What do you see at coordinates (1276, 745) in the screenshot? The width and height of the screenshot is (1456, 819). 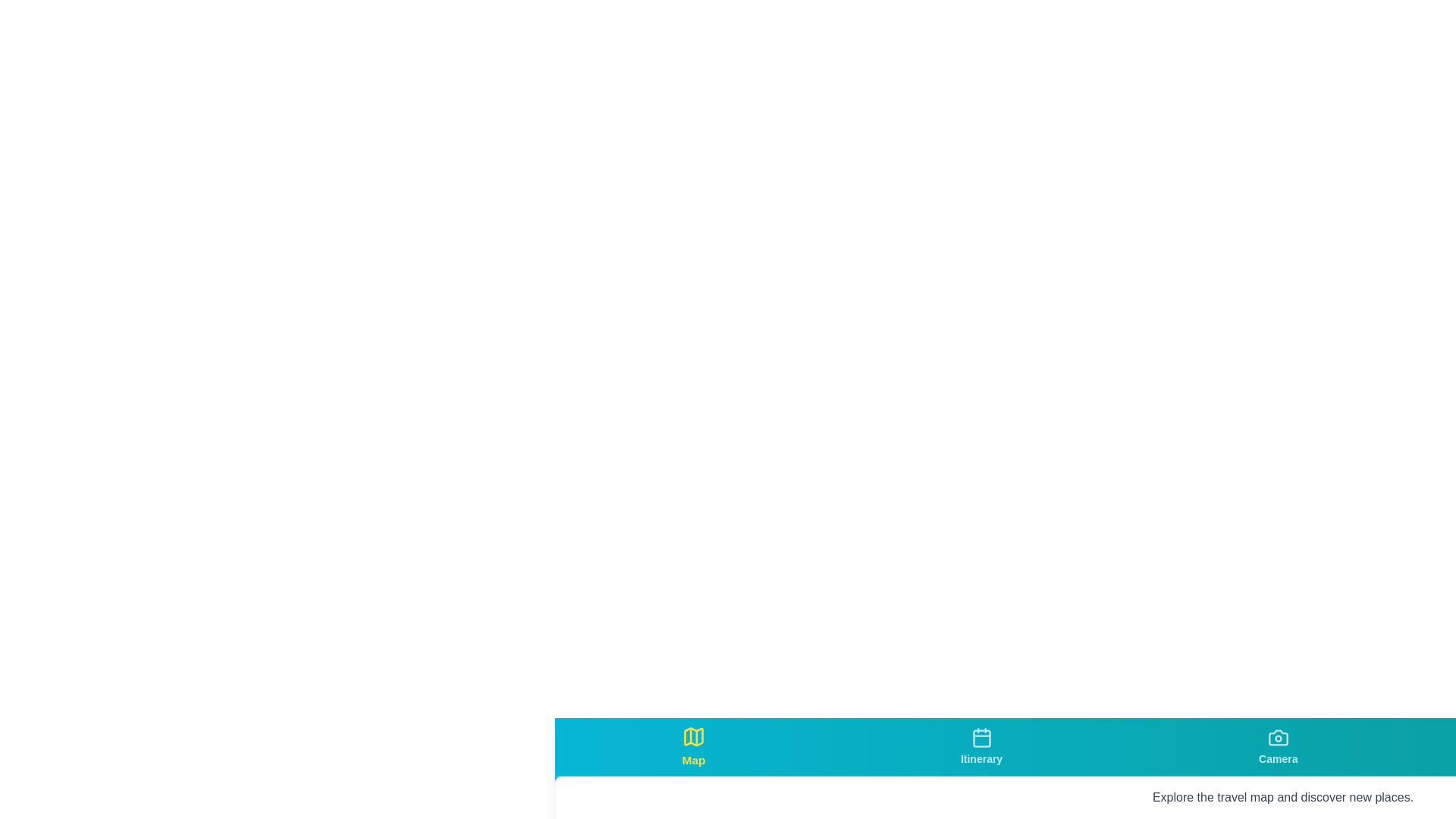 I see `the Camera tab to inspect its content` at bounding box center [1276, 745].